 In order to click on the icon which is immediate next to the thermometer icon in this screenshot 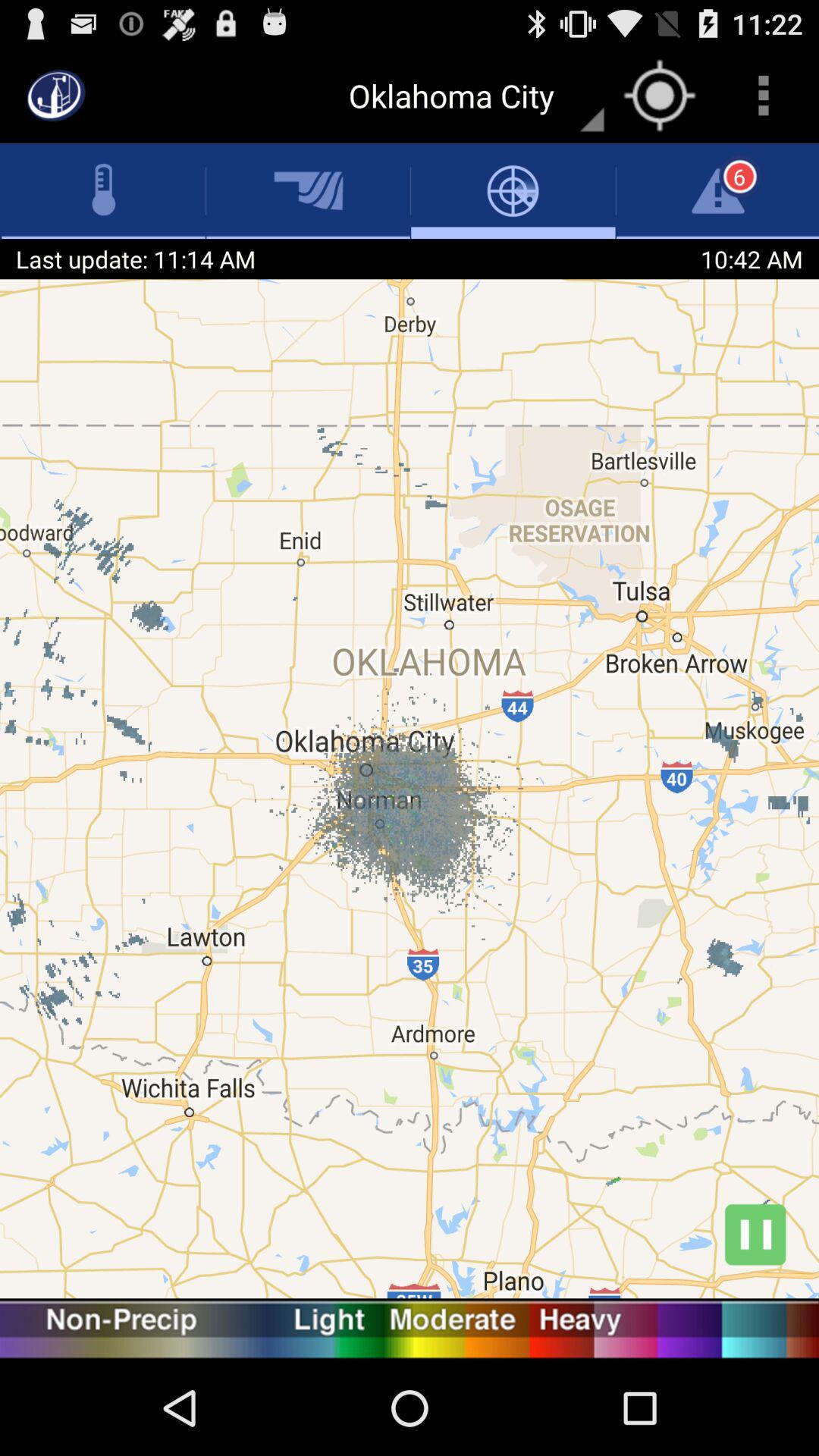, I will do `click(307, 190)`.